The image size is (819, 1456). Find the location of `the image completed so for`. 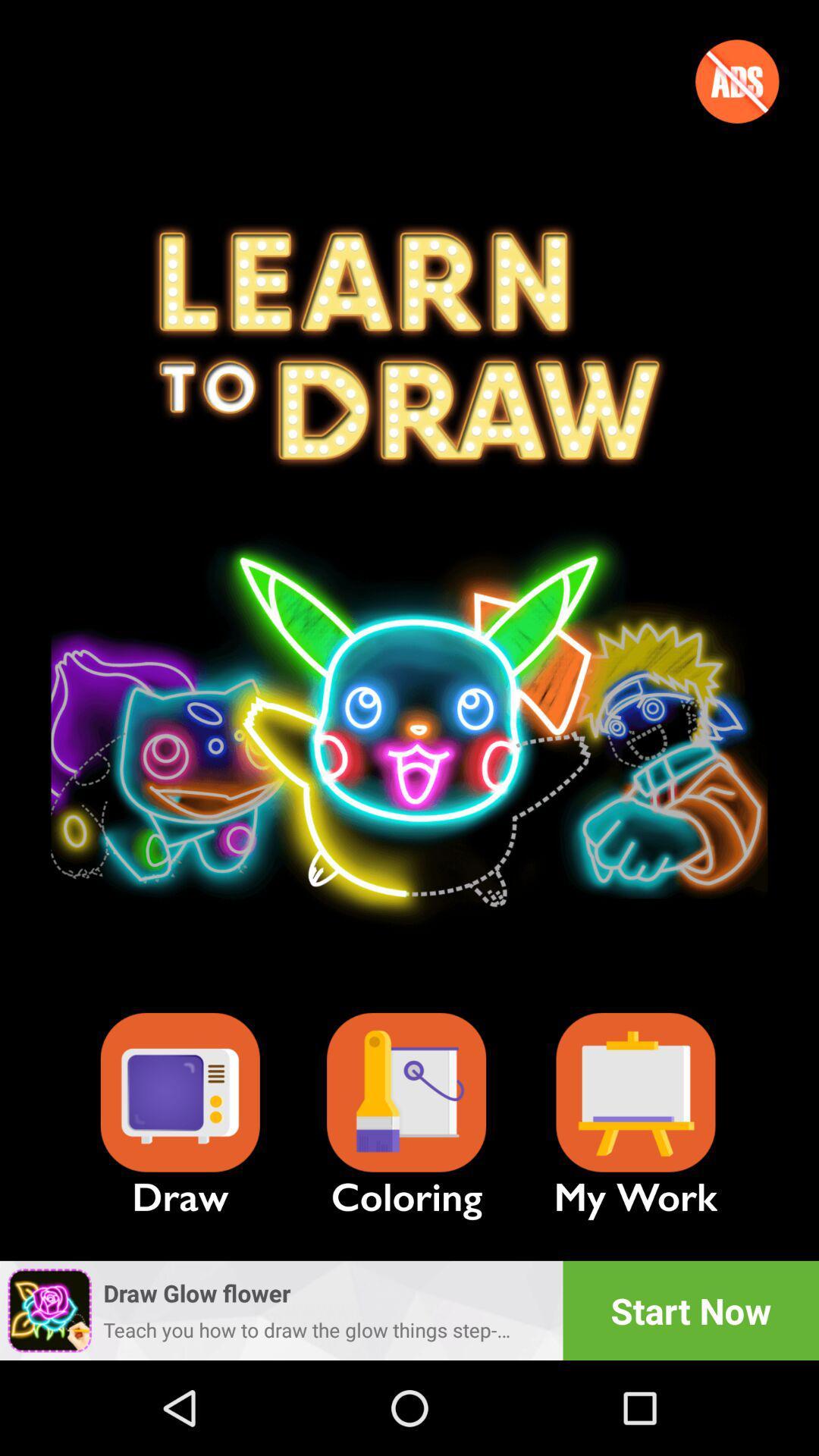

the image completed so for is located at coordinates (635, 1093).